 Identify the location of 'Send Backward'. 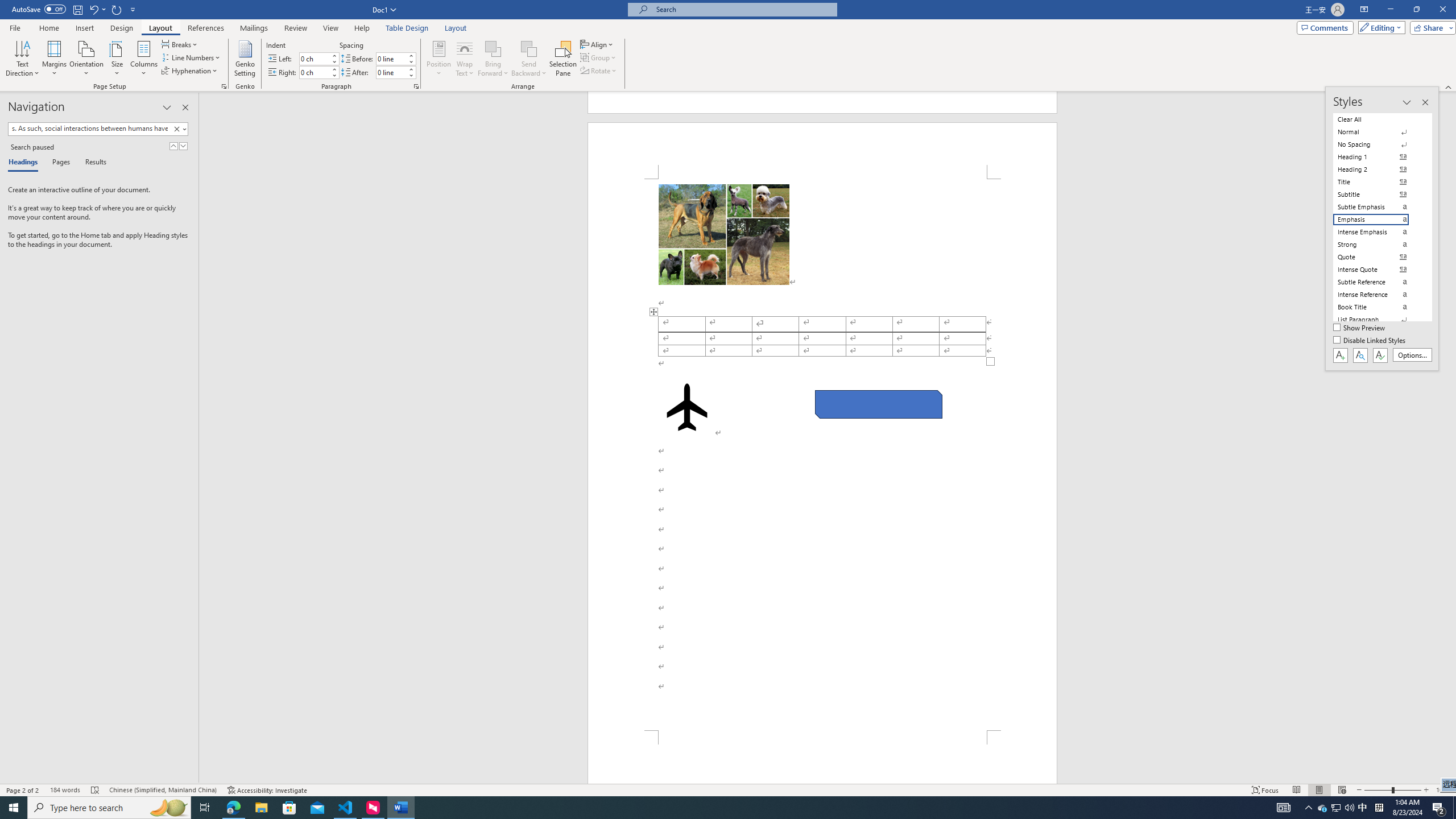
(528, 48).